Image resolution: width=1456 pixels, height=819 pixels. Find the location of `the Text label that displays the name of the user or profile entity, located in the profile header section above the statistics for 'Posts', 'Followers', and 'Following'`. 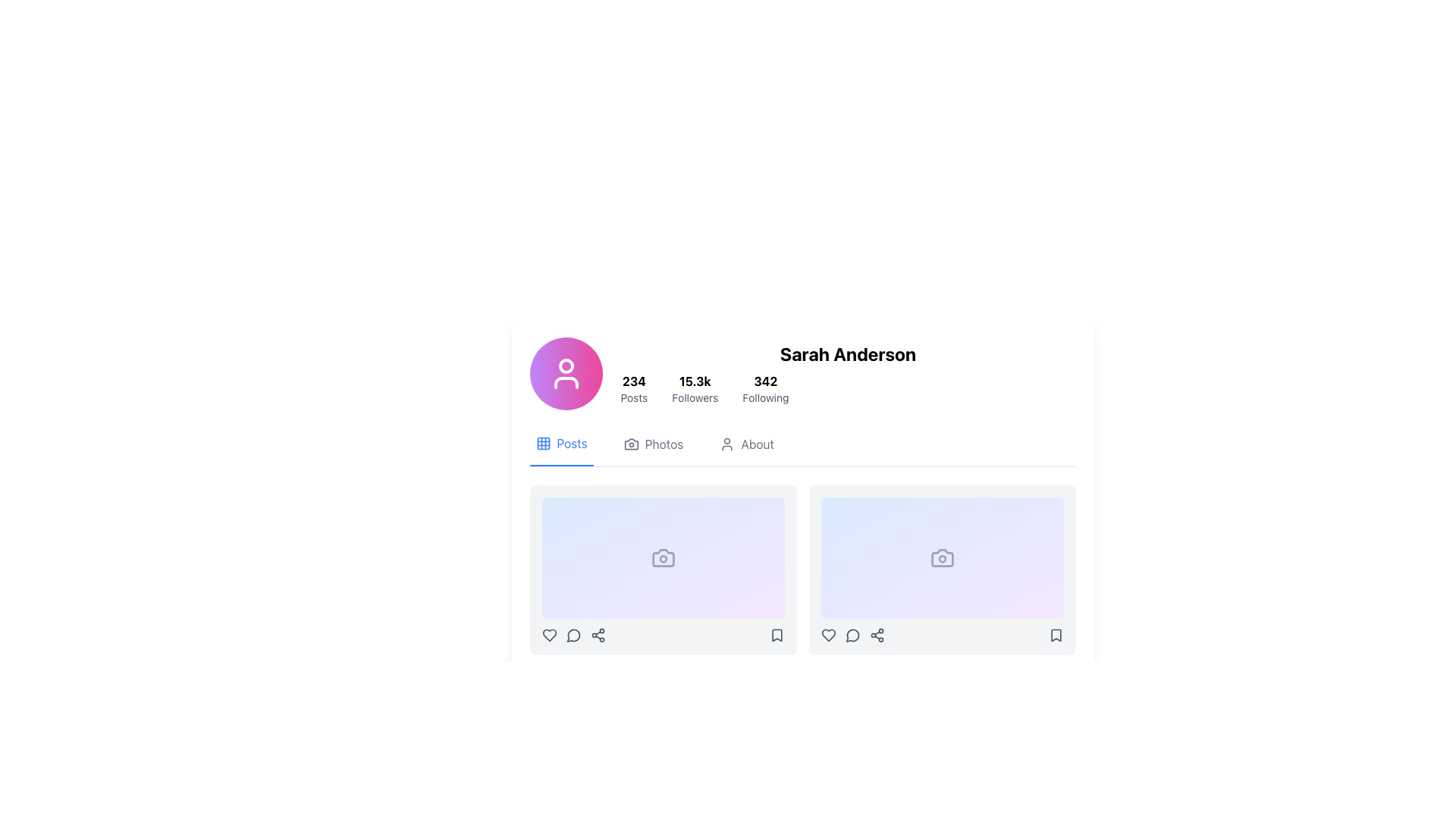

the Text label that displays the name of the user or profile entity, located in the profile header section above the statistics for 'Posts', 'Followers', and 'Following' is located at coordinates (847, 353).